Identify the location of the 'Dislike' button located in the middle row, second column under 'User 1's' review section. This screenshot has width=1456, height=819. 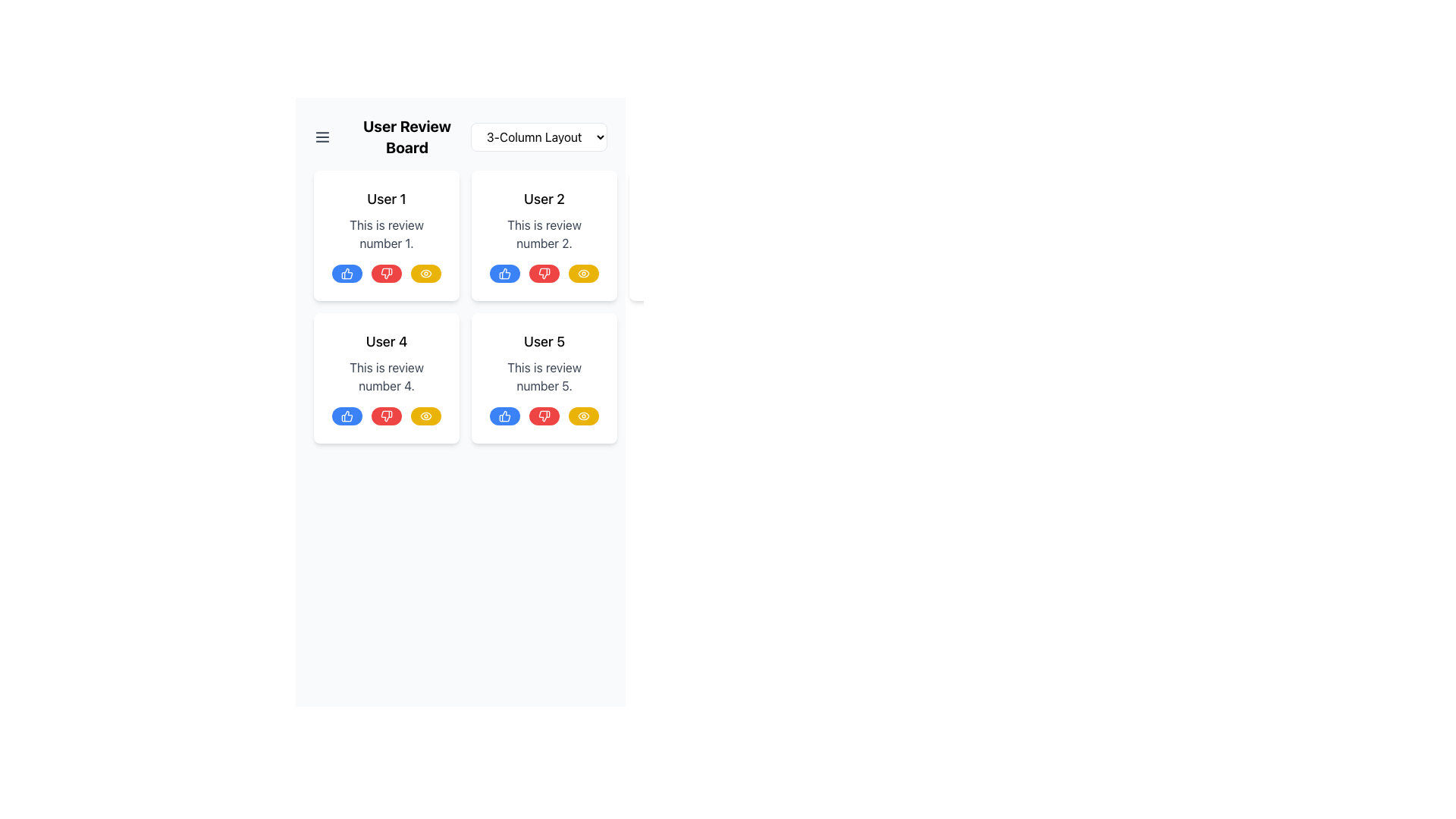
(386, 274).